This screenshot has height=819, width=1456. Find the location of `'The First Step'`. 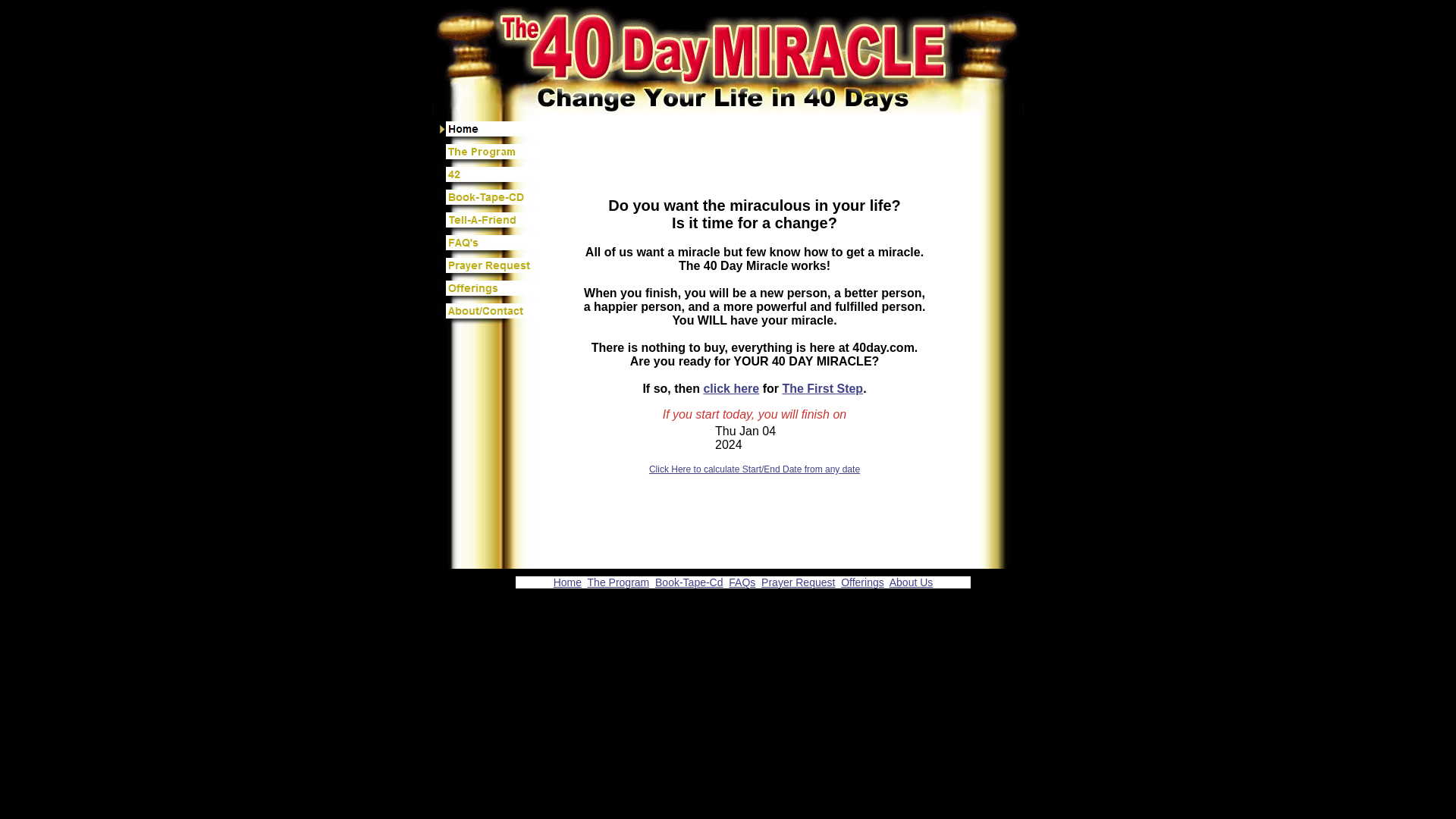

'The First Step' is located at coordinates (821, 388).